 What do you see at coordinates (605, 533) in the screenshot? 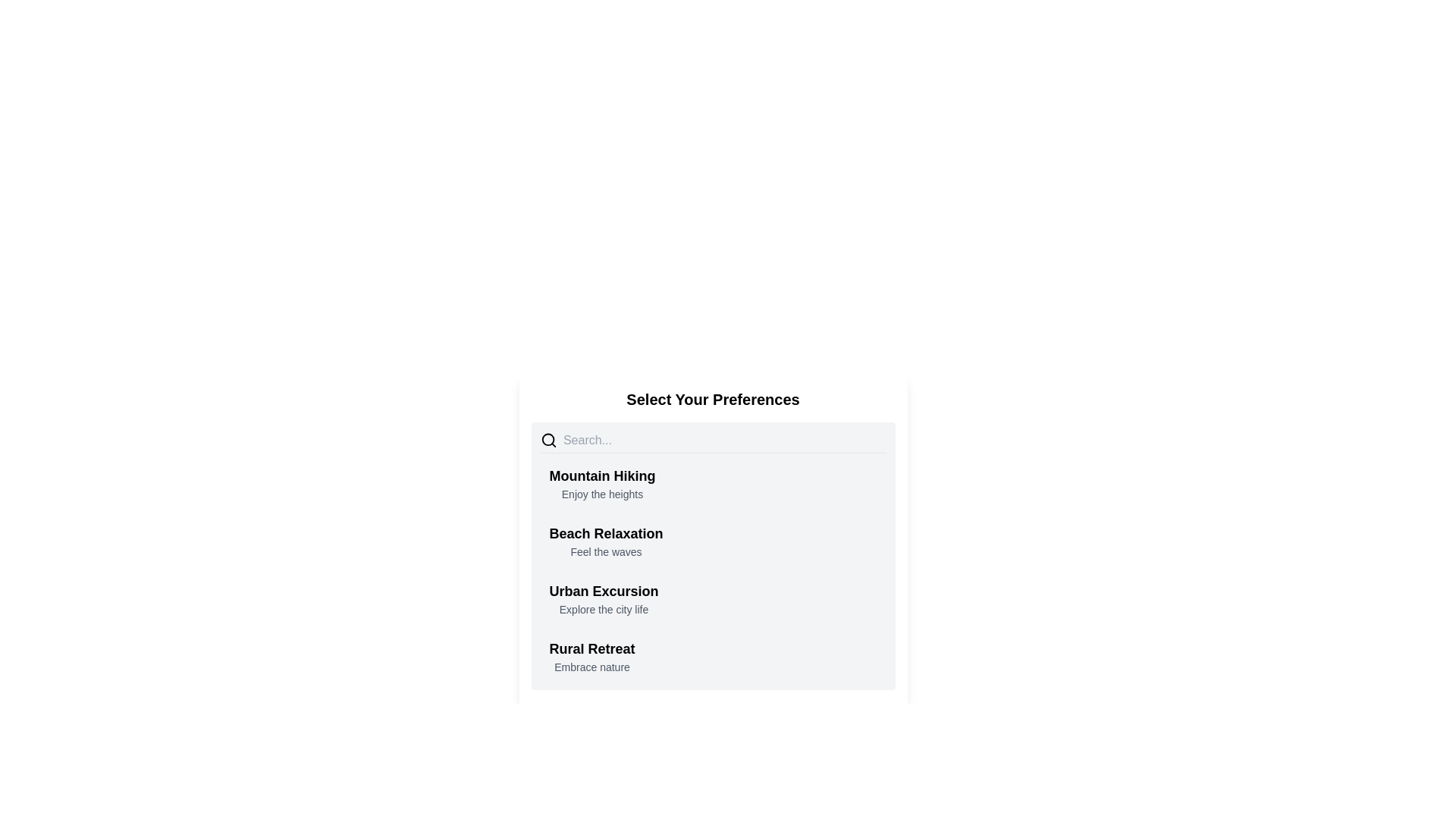
I see `text label indicating 'Beach Relaxation' which is the second item in the user preferences list under 'Select Your Preferences.'` at bounding box center [605, 533].